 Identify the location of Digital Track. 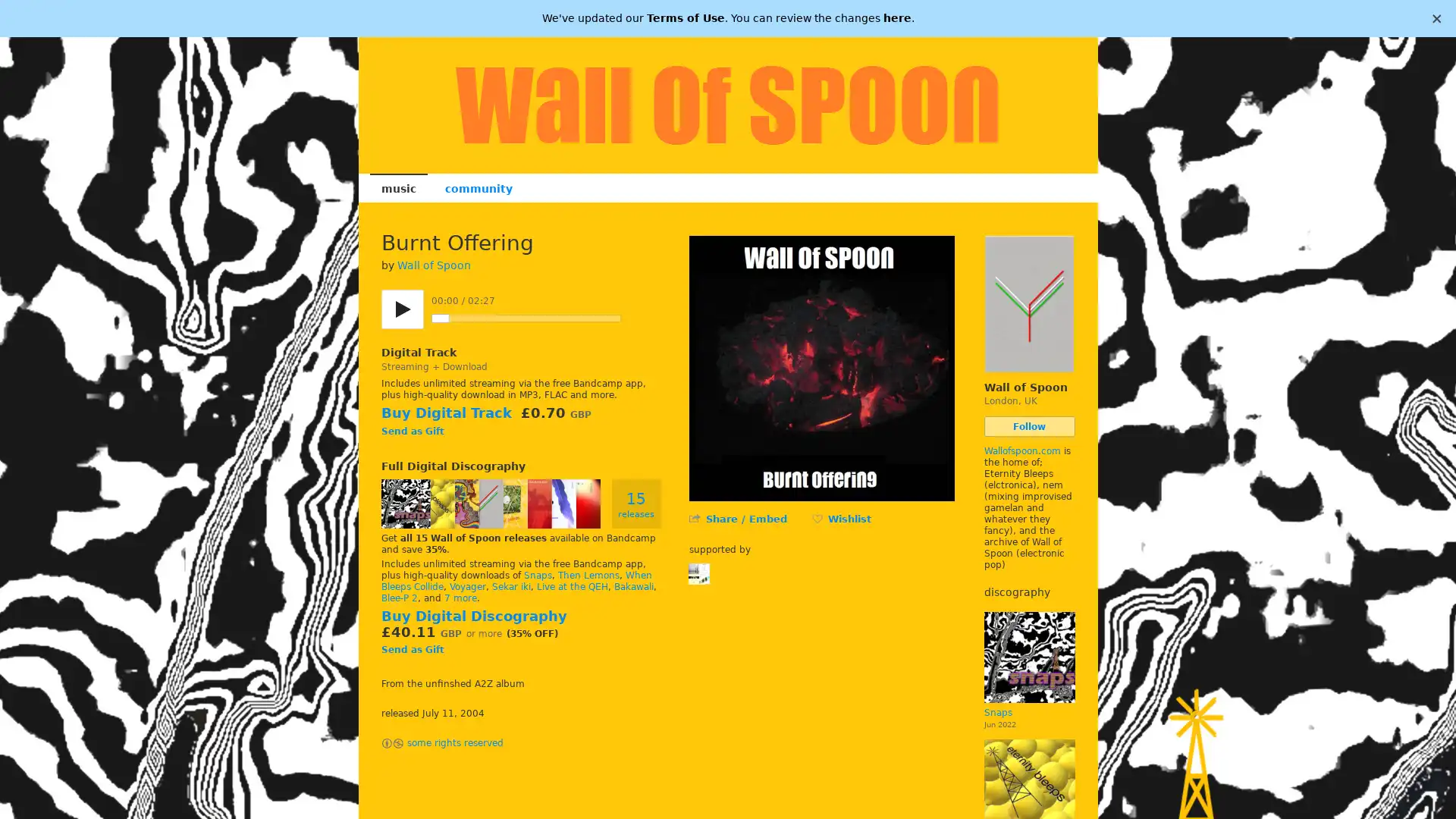
(418, 353).